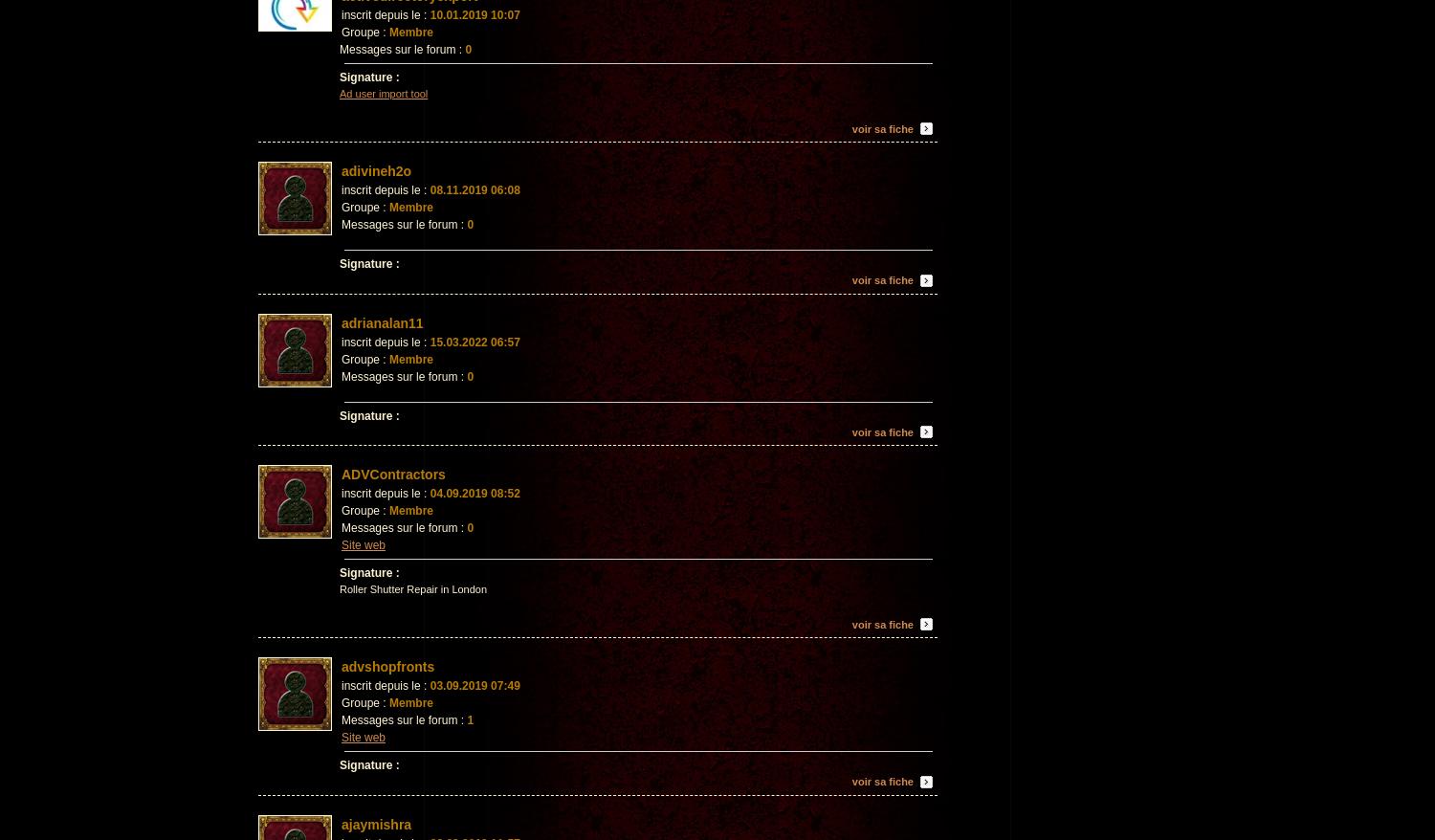  Describe the element at coordinates (428, 494) in the screenshot. I see `'04.09.2019 08:52'` at that location.